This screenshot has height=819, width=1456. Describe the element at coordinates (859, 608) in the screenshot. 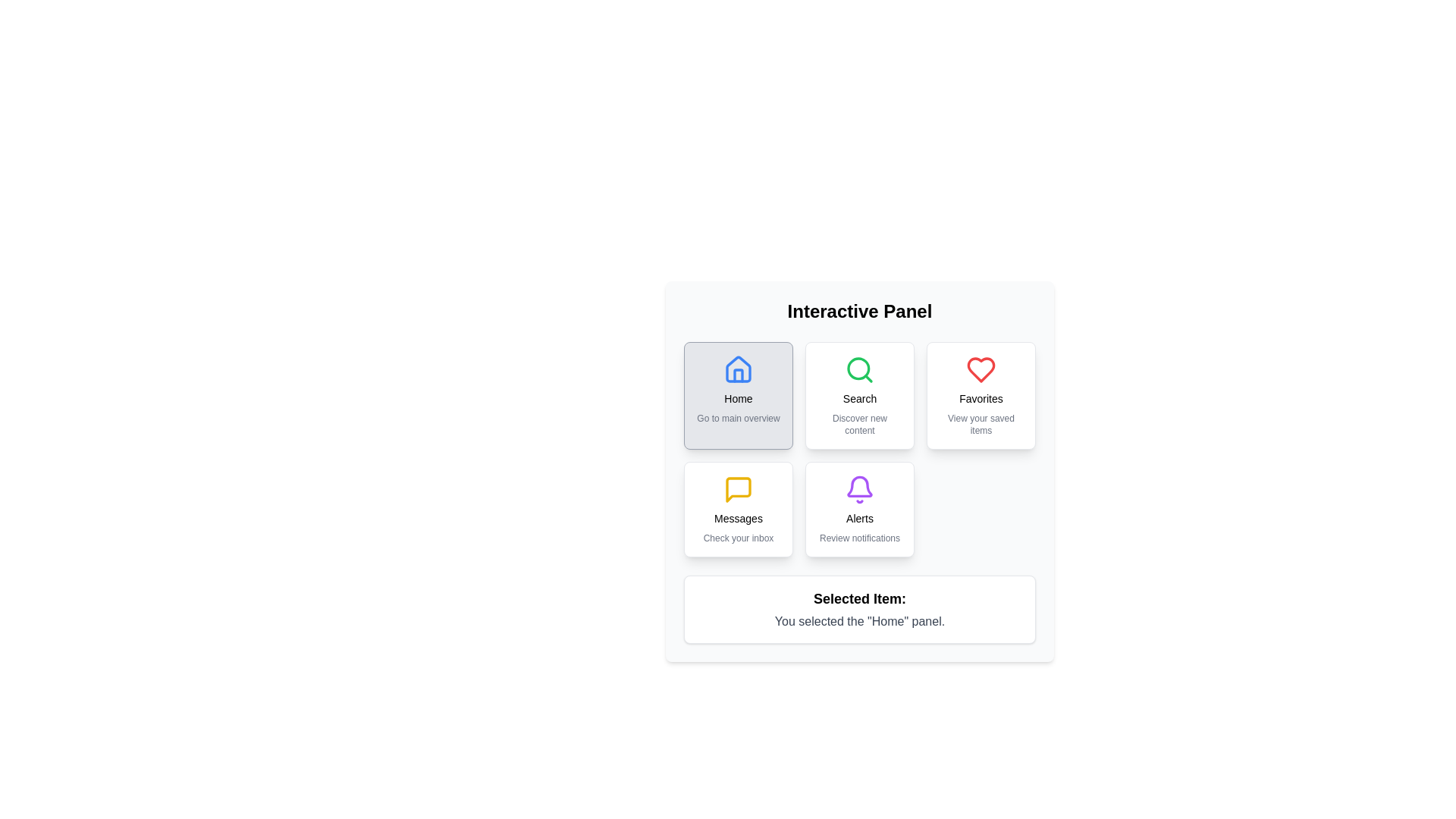

I see `the rectangular informational box with a white background that displays the text 'Selected Item:' in bold and 'You selected the "Home" panel.' centered inside` at that location.